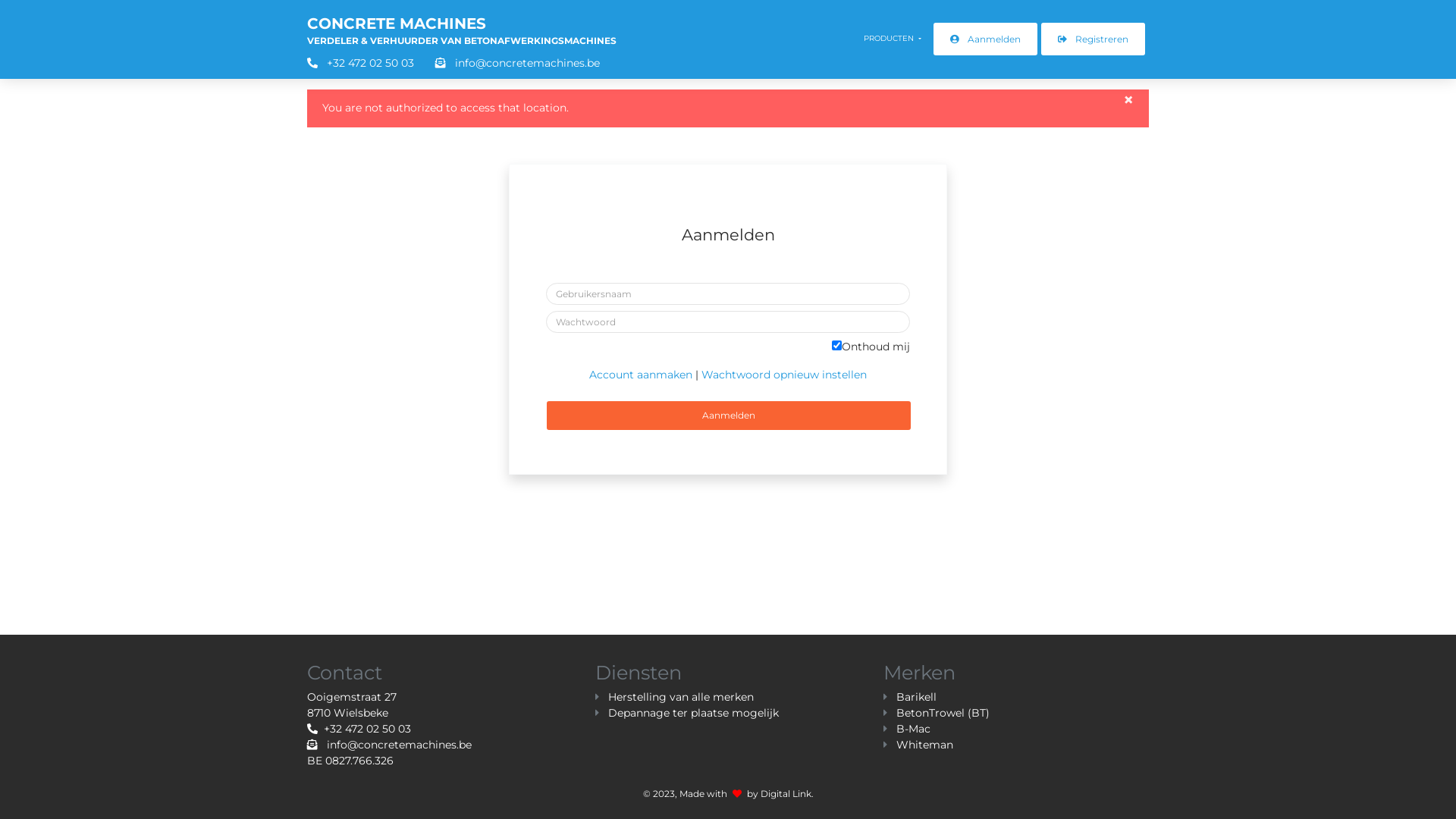 The image size is (1456, 819). I want to click on '+32 472 02 50 03', so click(306, 62).